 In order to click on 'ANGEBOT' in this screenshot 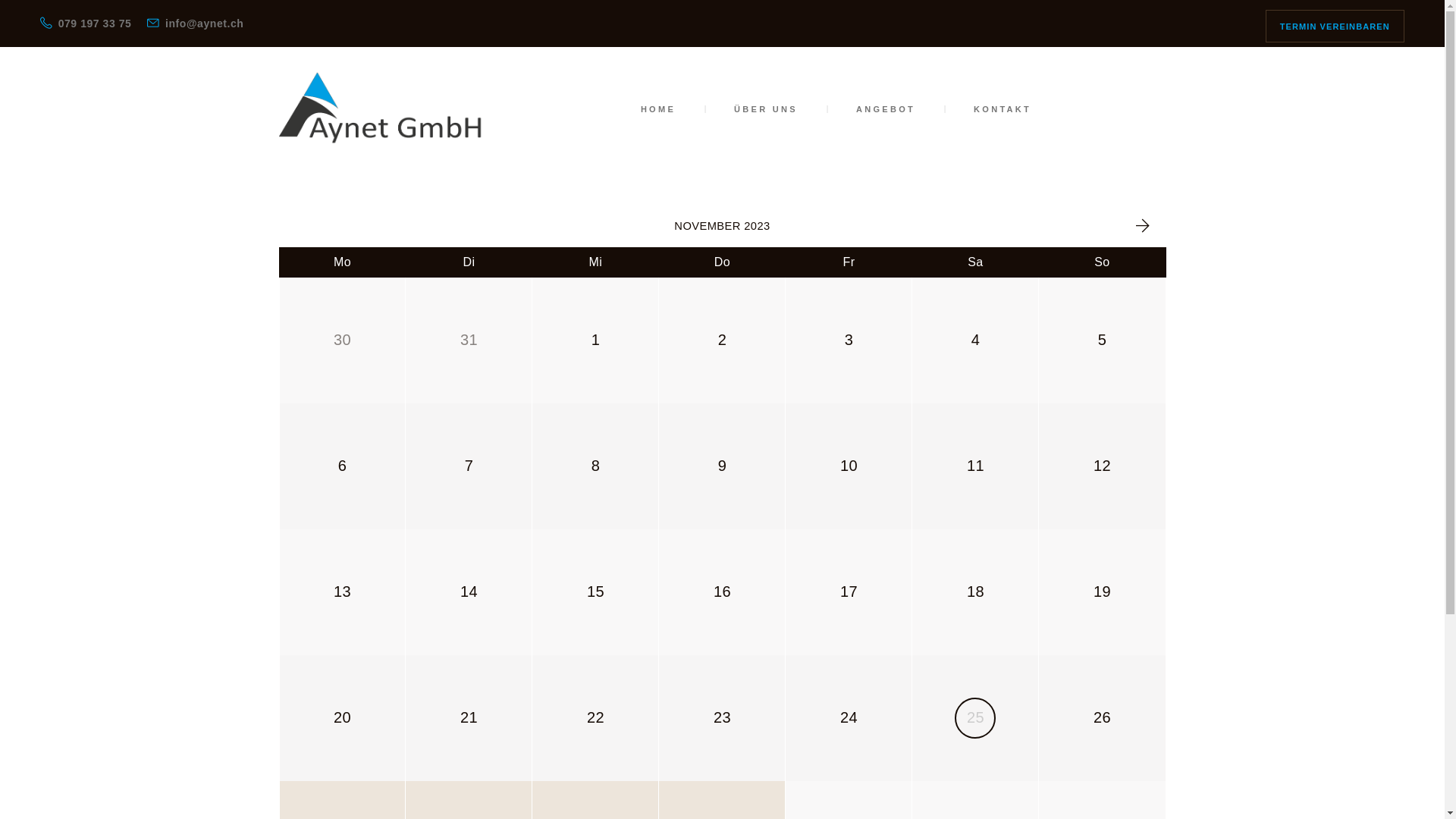, I will do `click(825, 108)`.